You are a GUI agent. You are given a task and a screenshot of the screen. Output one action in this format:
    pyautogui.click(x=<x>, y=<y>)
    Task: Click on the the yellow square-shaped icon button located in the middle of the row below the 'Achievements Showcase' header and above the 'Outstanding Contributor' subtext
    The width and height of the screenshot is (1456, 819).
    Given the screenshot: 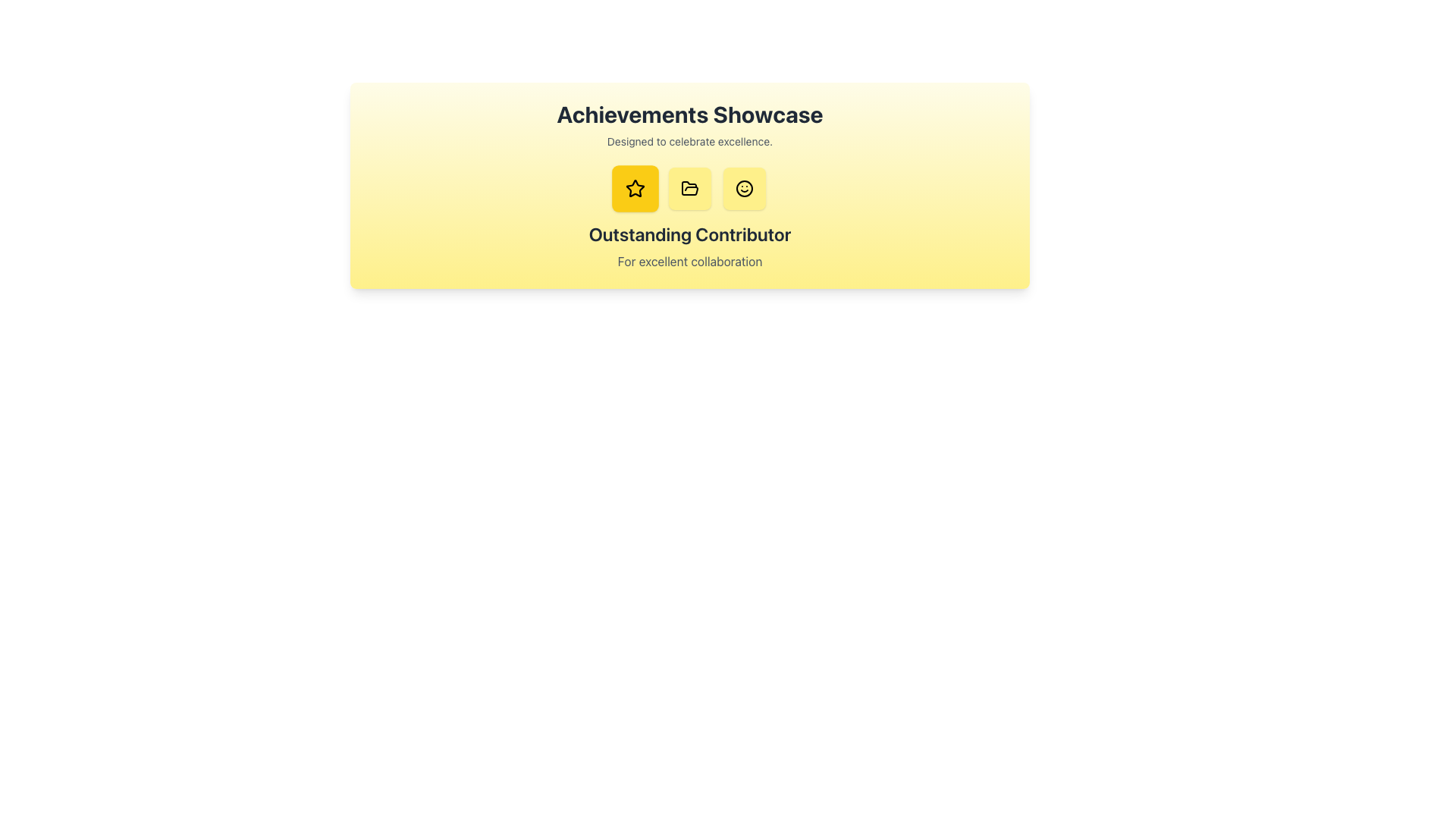 What is the action you would take?
    pyautogui.click(x=689, y=188)
    